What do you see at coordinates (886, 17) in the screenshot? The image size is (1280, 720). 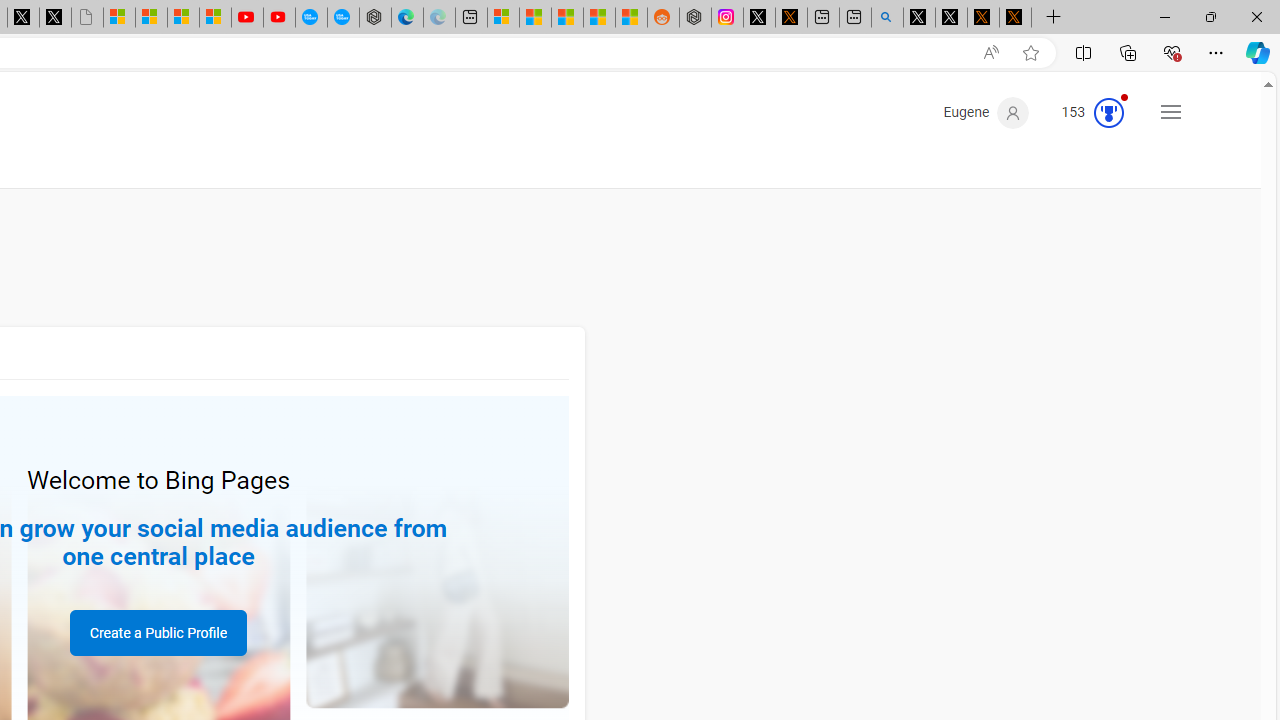 I see `'github - Search'` at bounding box center [886, 17].